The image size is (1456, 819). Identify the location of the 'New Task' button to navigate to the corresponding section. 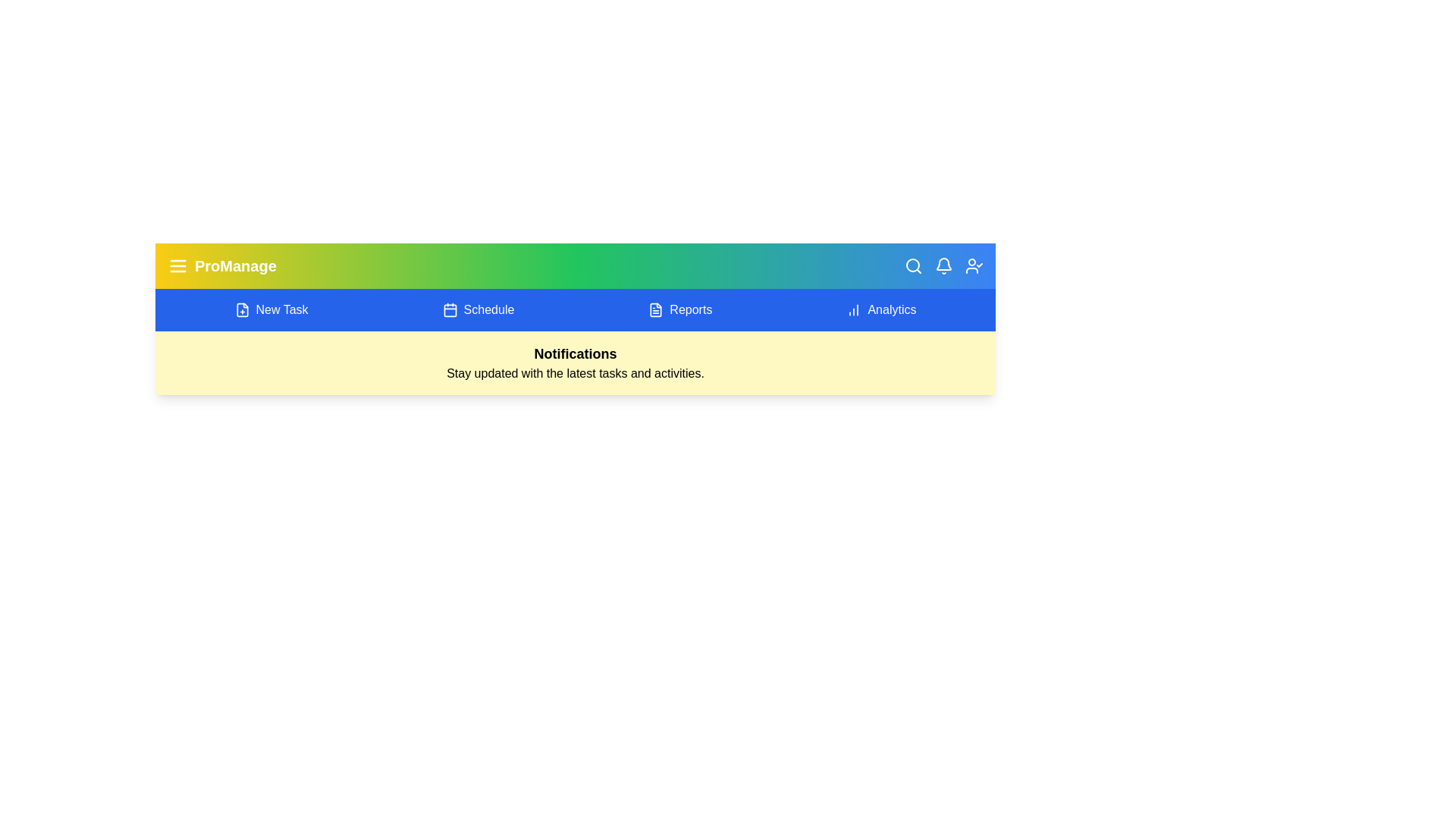
(271, 309).